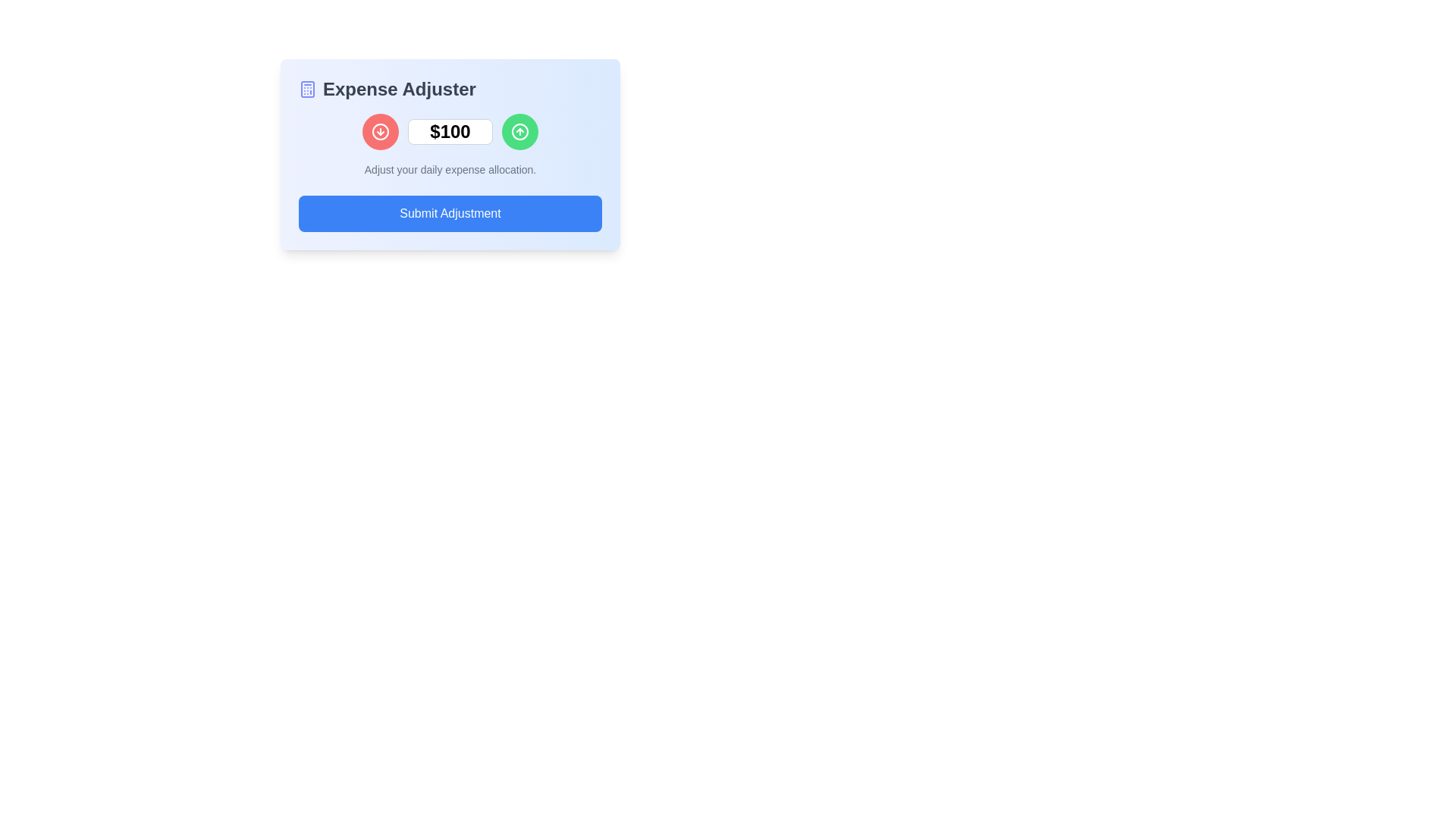 The width and height of the screenshot is (1456, 819). Describe the element at coordinates (520, 130) in the screenshot. I see `the increment button, which is the rightmost button in a set of three, located at the center of the card, to observe visual feedback` at that location.